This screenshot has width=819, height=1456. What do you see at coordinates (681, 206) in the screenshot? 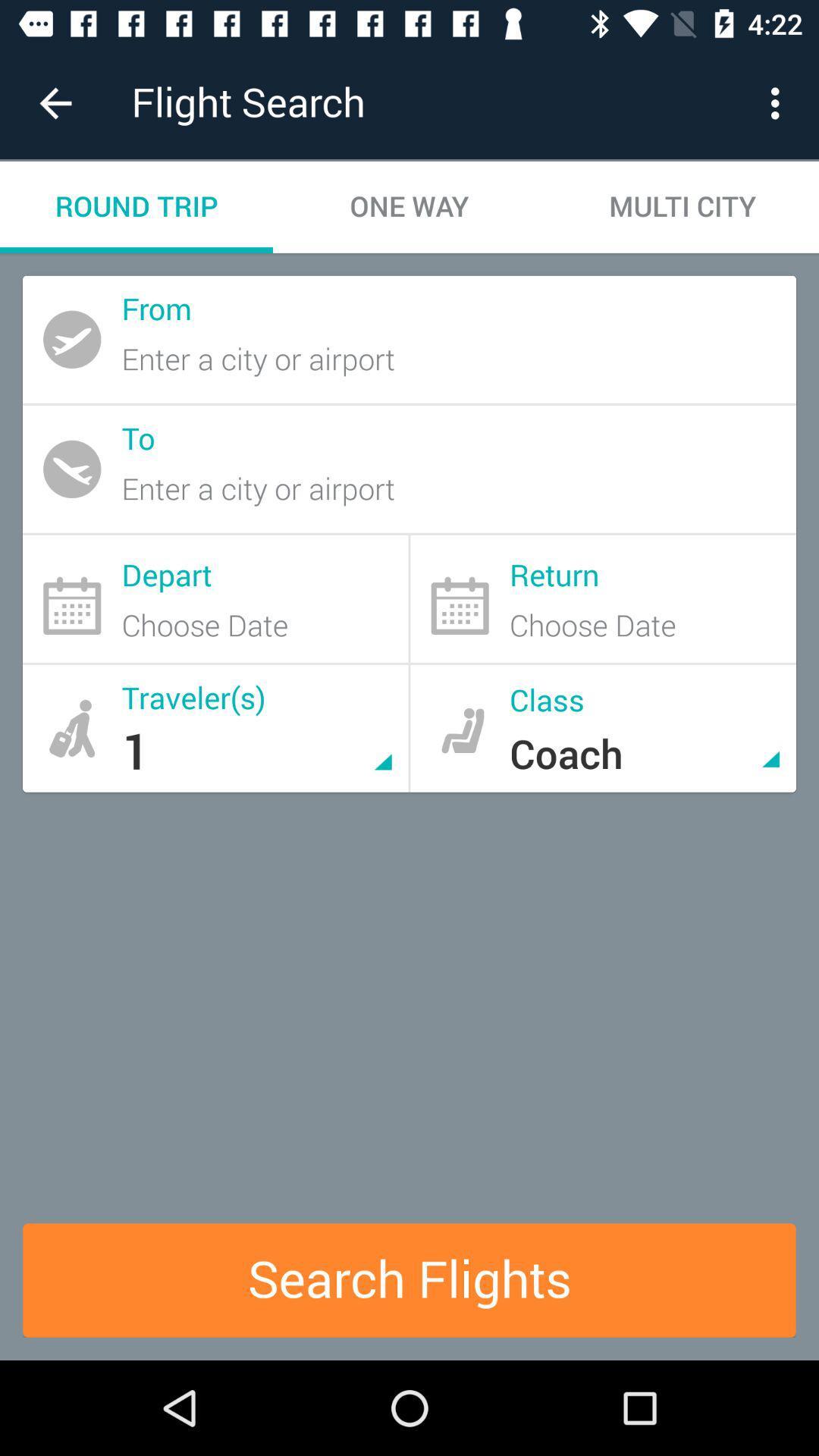
I see `item next to the one way item` at bounding box center [681, 206].